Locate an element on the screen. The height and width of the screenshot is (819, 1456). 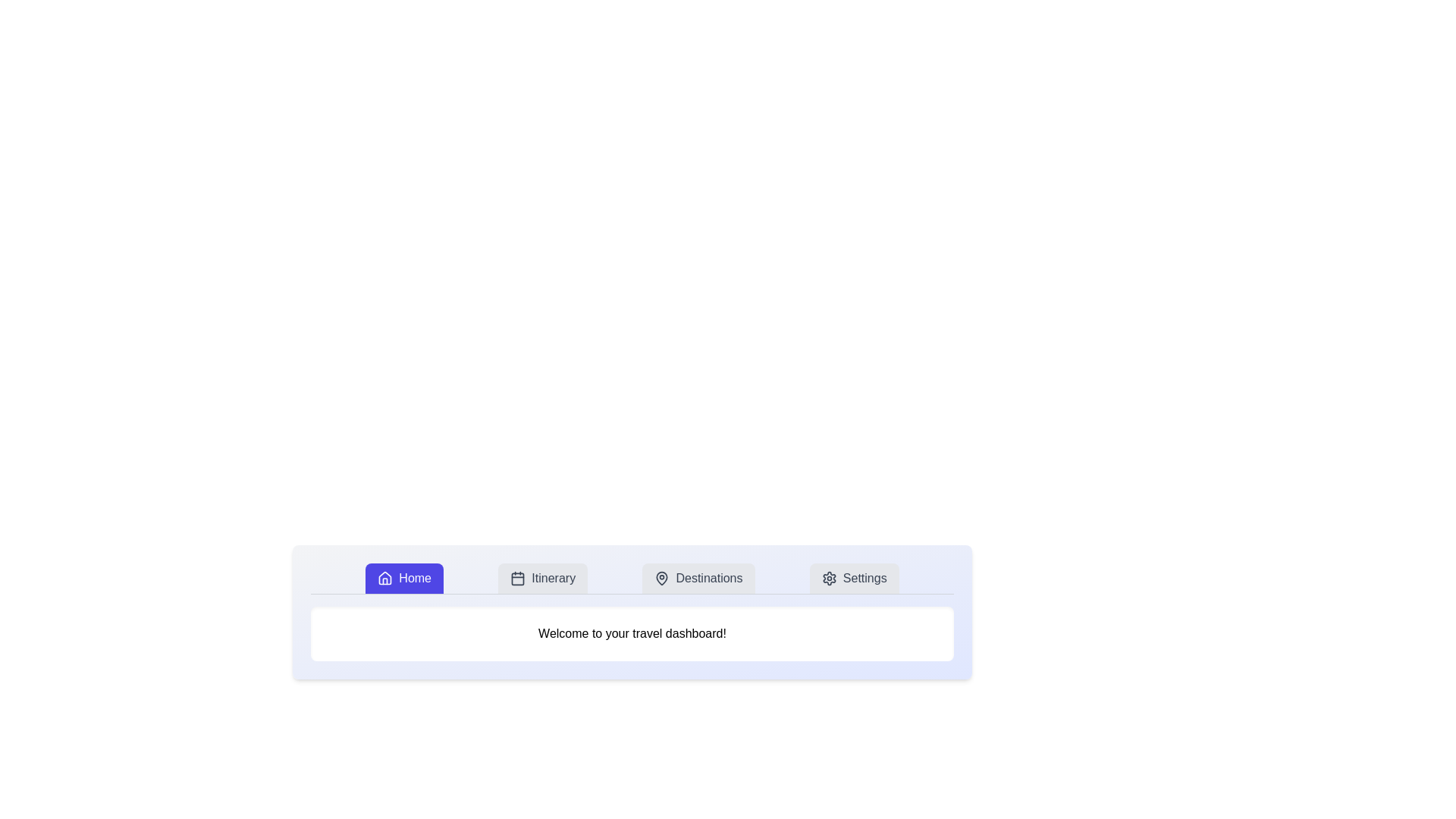
the 'Destinations' icon located in the navigation bar, which is positioned immediately before the text label 'Destinations' is located at coordinates (662, 579).